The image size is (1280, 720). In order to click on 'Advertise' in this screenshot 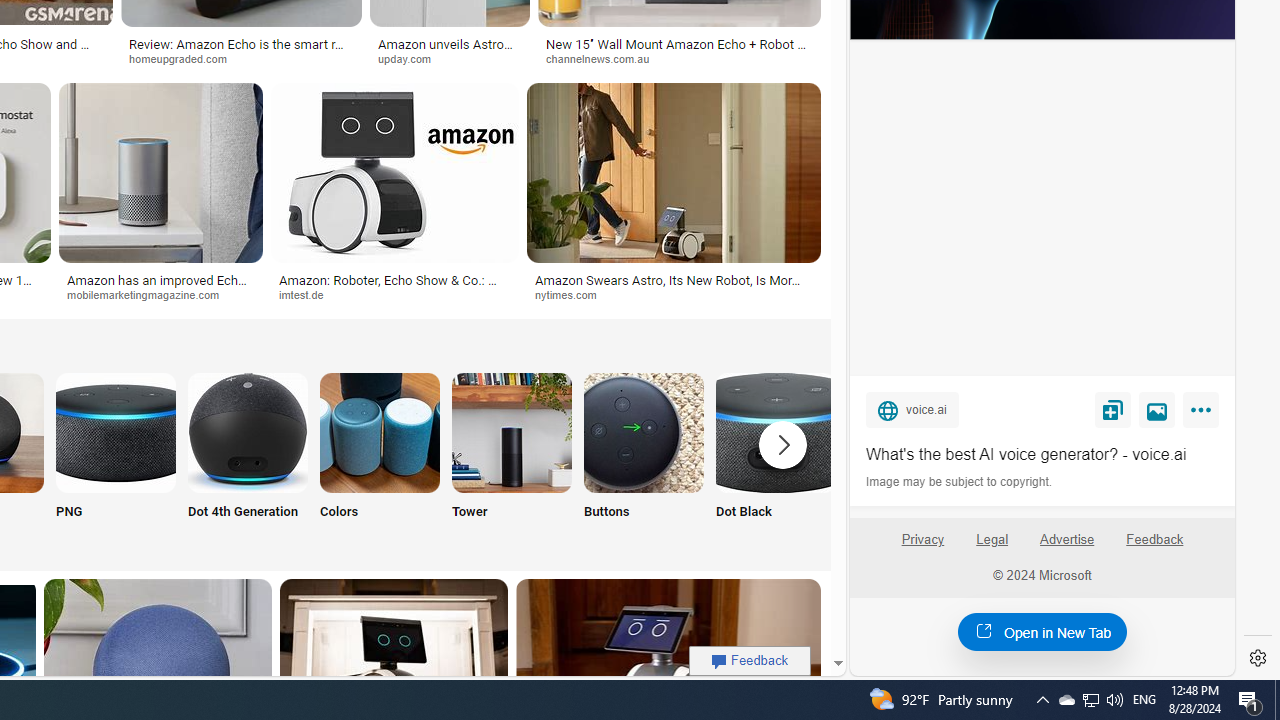, I will do `click(1065, 538)`.